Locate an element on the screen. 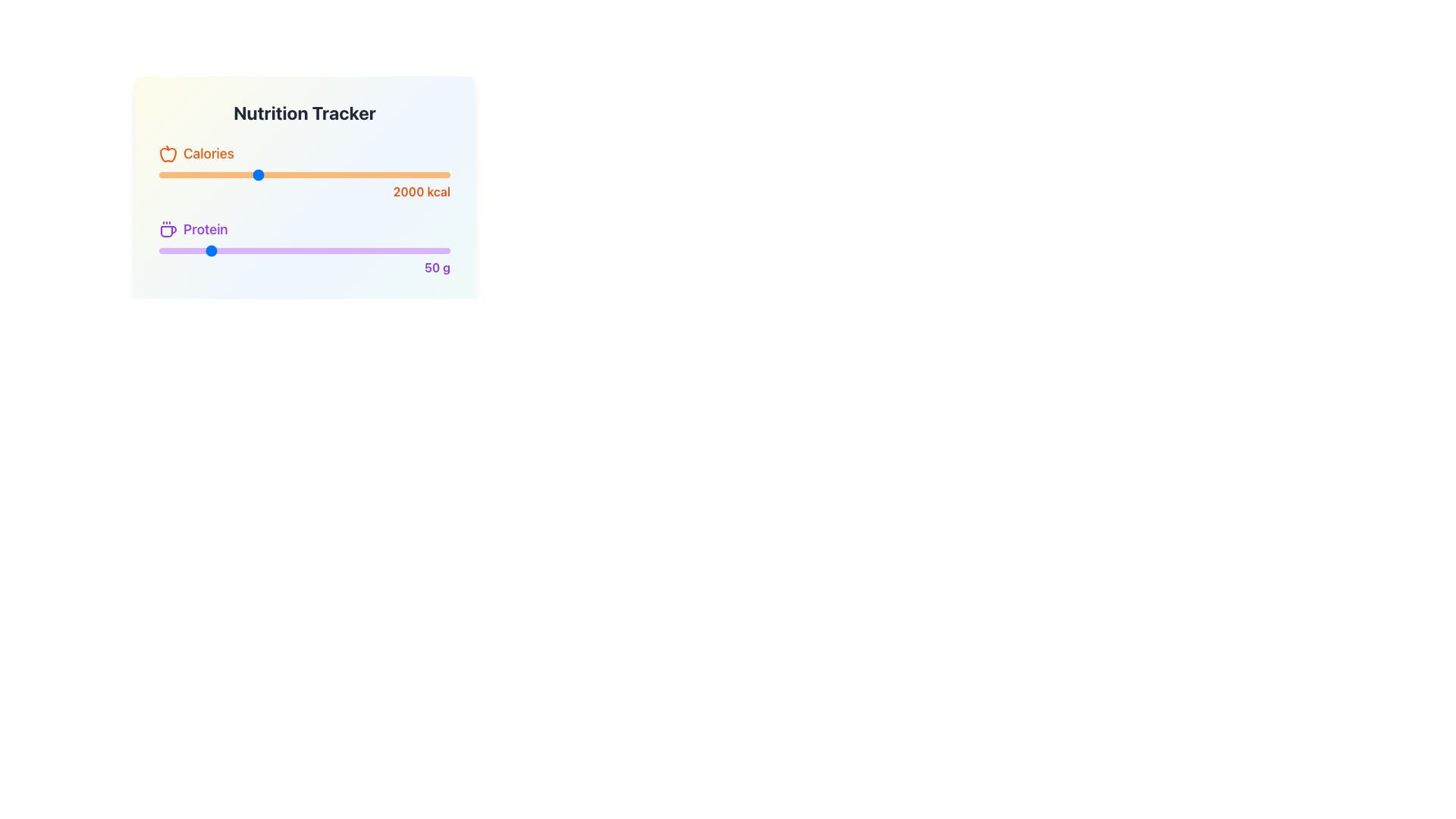 The height and width of the screenshot is (819, 1456). protein quantity is located at coordinates (192, 250).